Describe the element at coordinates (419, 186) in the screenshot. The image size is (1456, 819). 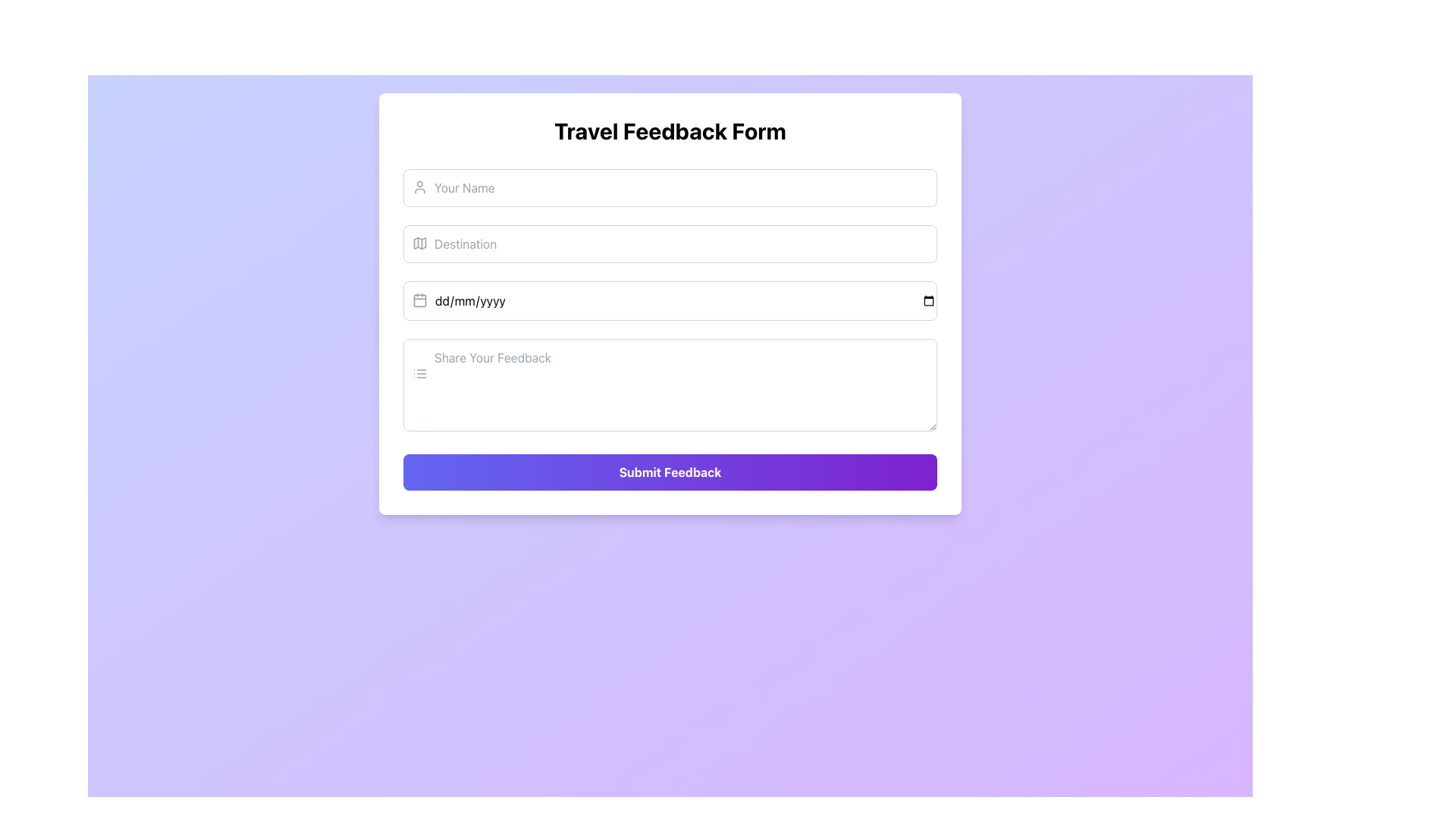
I see `the small gray user icon that represents a person, located to the left of the 'Your Name' input field, aligned with its vertical center` at that location.